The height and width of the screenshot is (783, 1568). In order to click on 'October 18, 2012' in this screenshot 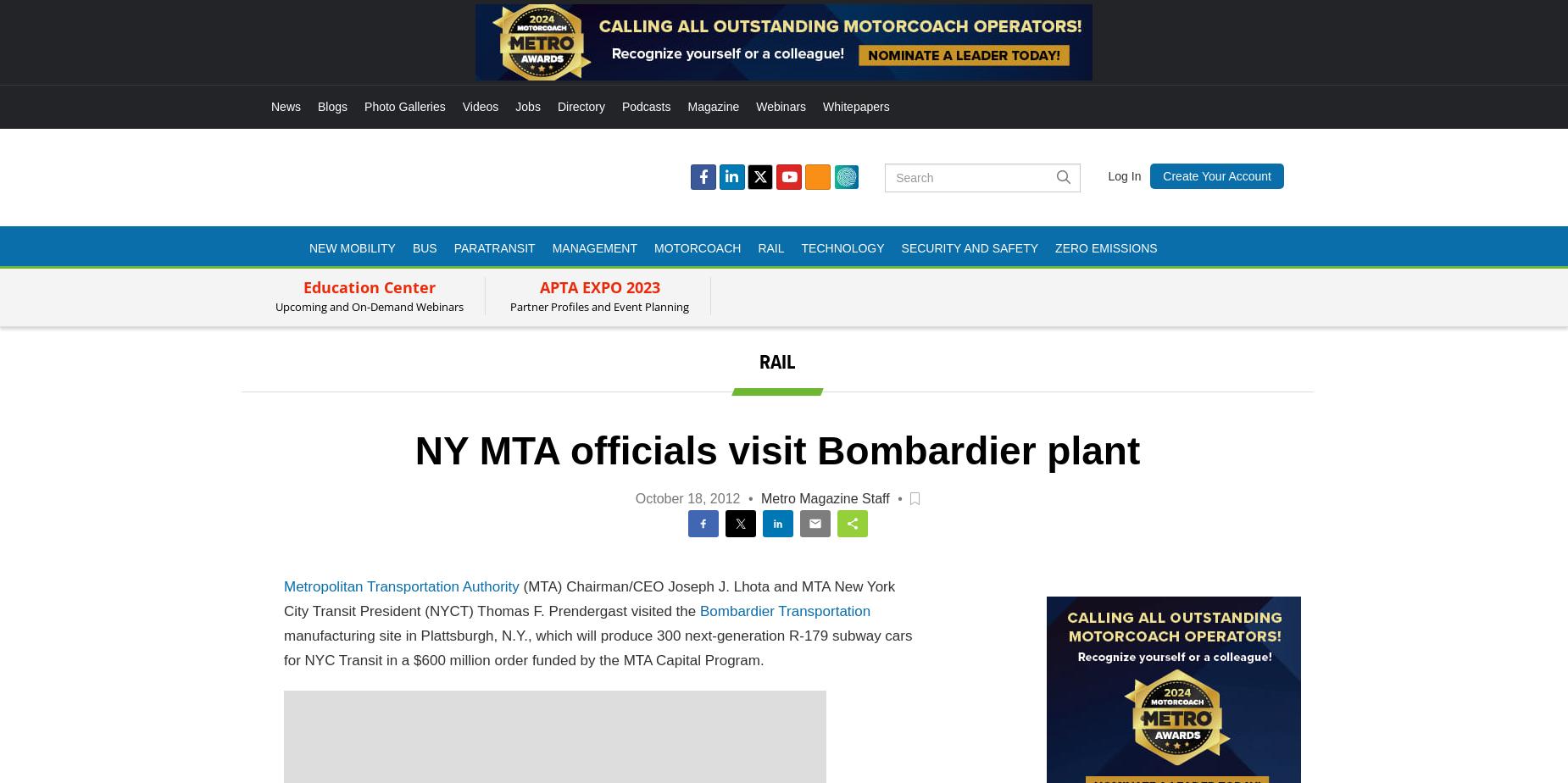, I will do `click(635, 498)`.